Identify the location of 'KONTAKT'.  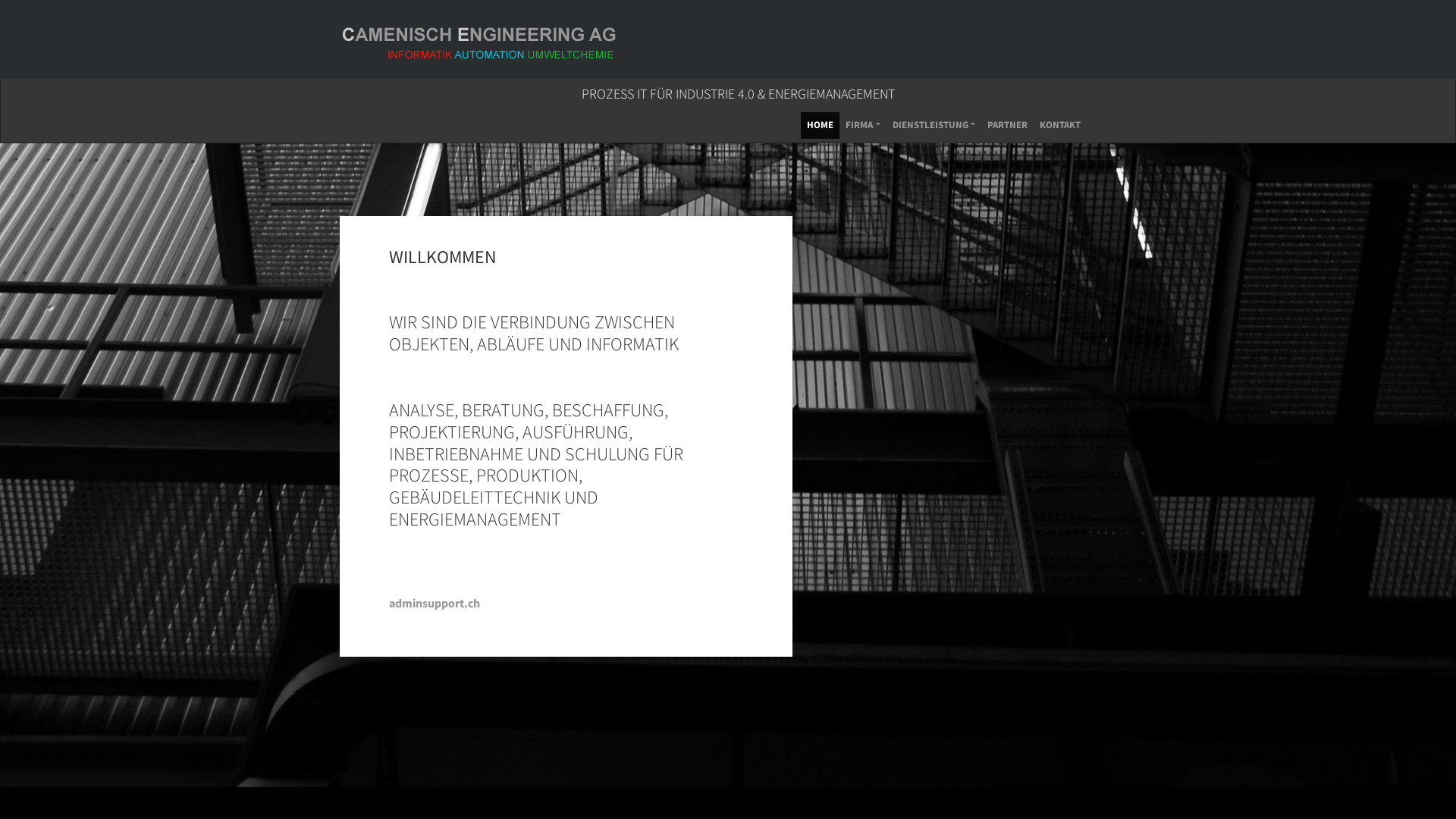
(1059, 124).